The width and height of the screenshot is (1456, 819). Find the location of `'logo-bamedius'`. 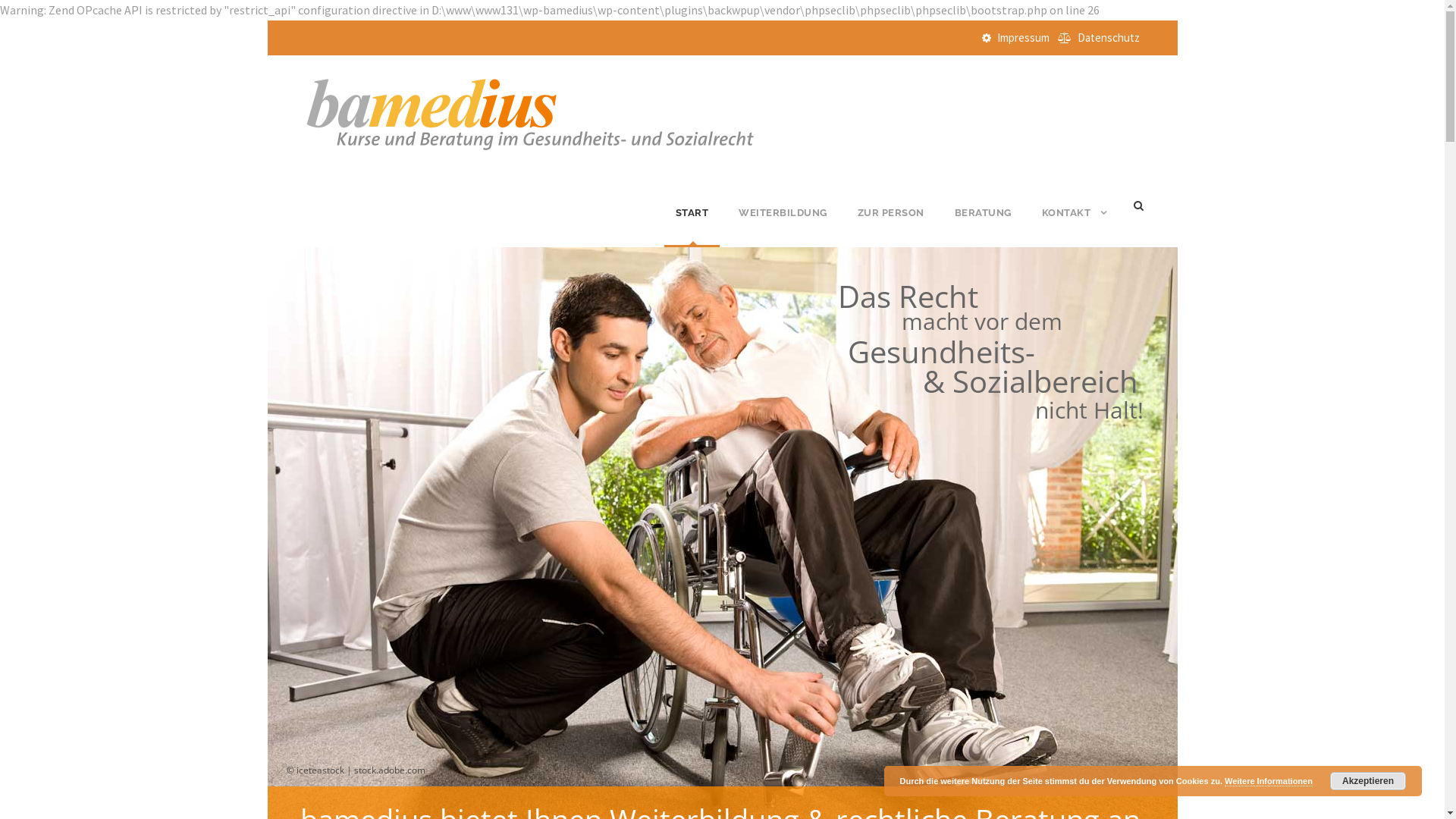

'logo-bamedius' is located at coordinates (302, 111).